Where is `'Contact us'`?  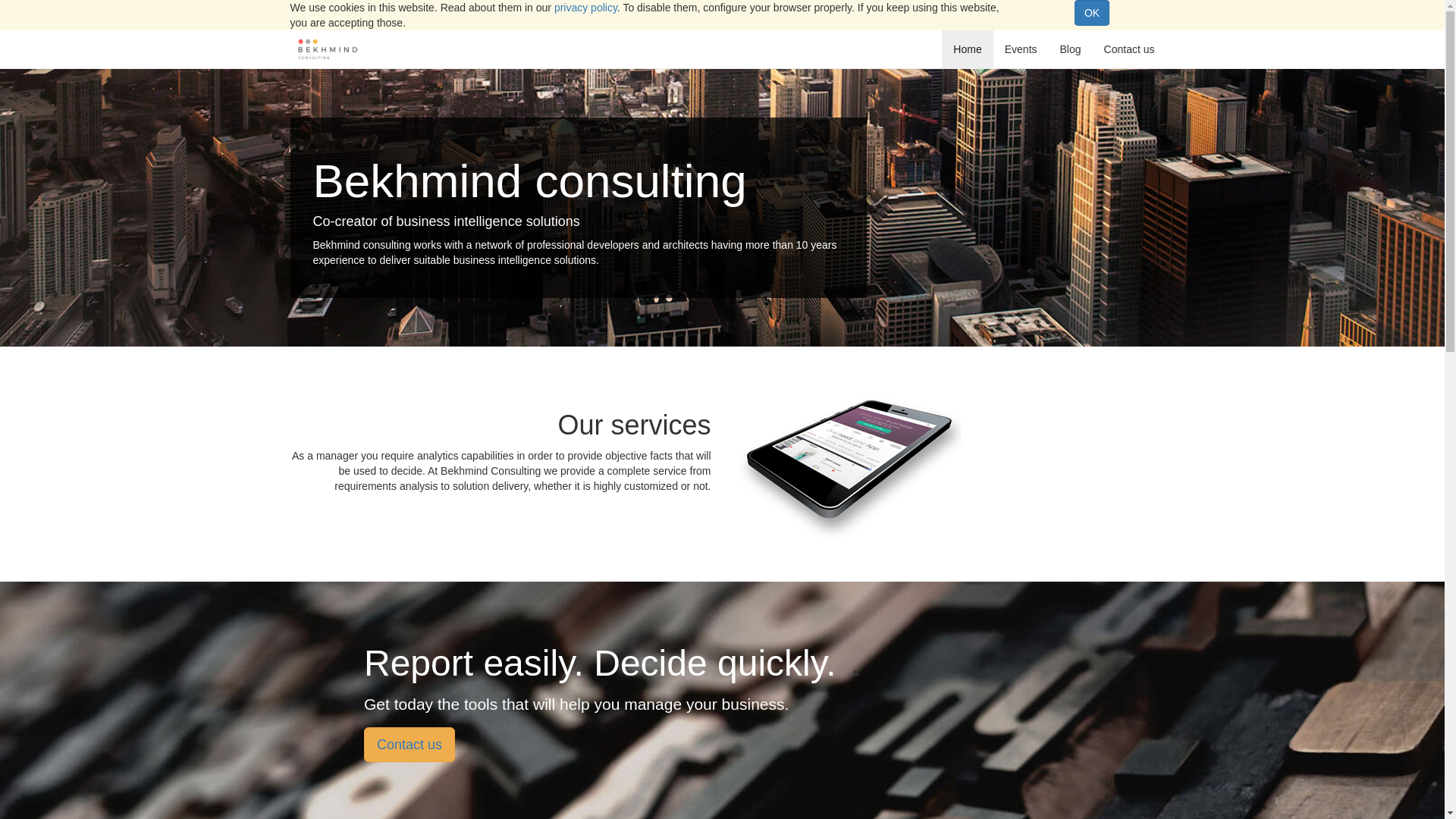
'Contact us' is located at coordinates (1092, 49).